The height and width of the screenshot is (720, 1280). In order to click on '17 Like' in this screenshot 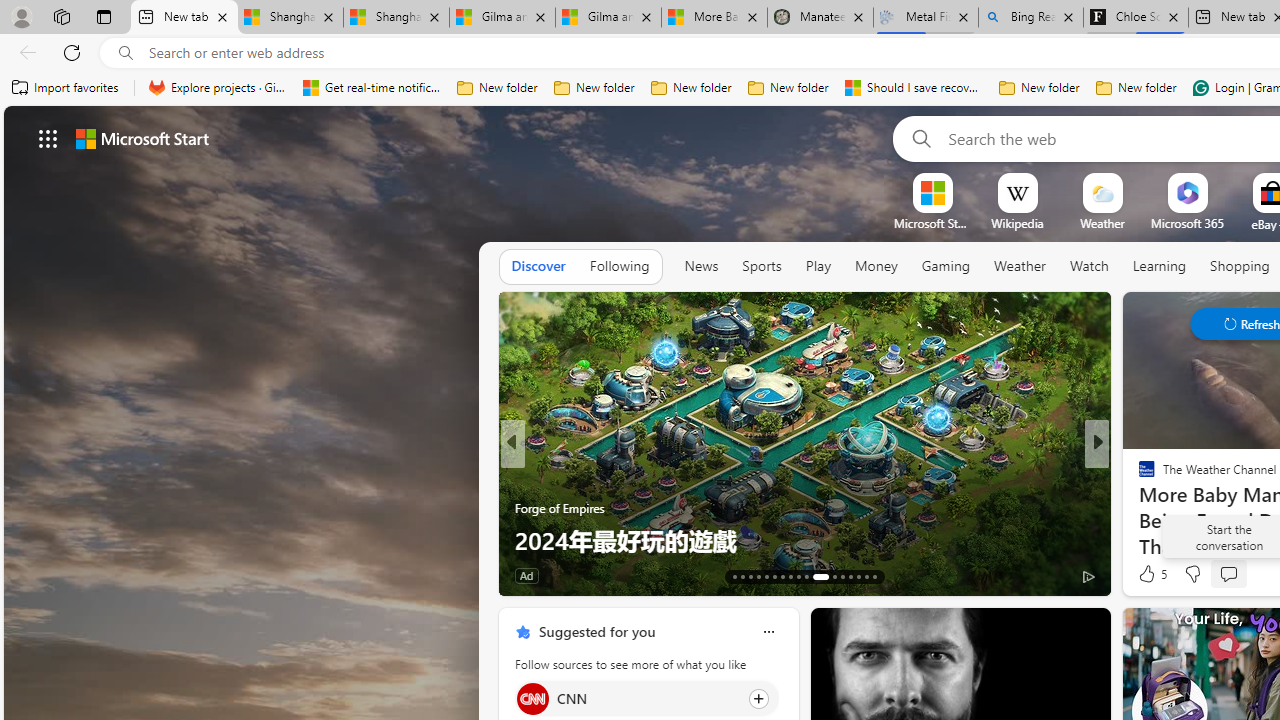, I will do `click(1149, 575)`.